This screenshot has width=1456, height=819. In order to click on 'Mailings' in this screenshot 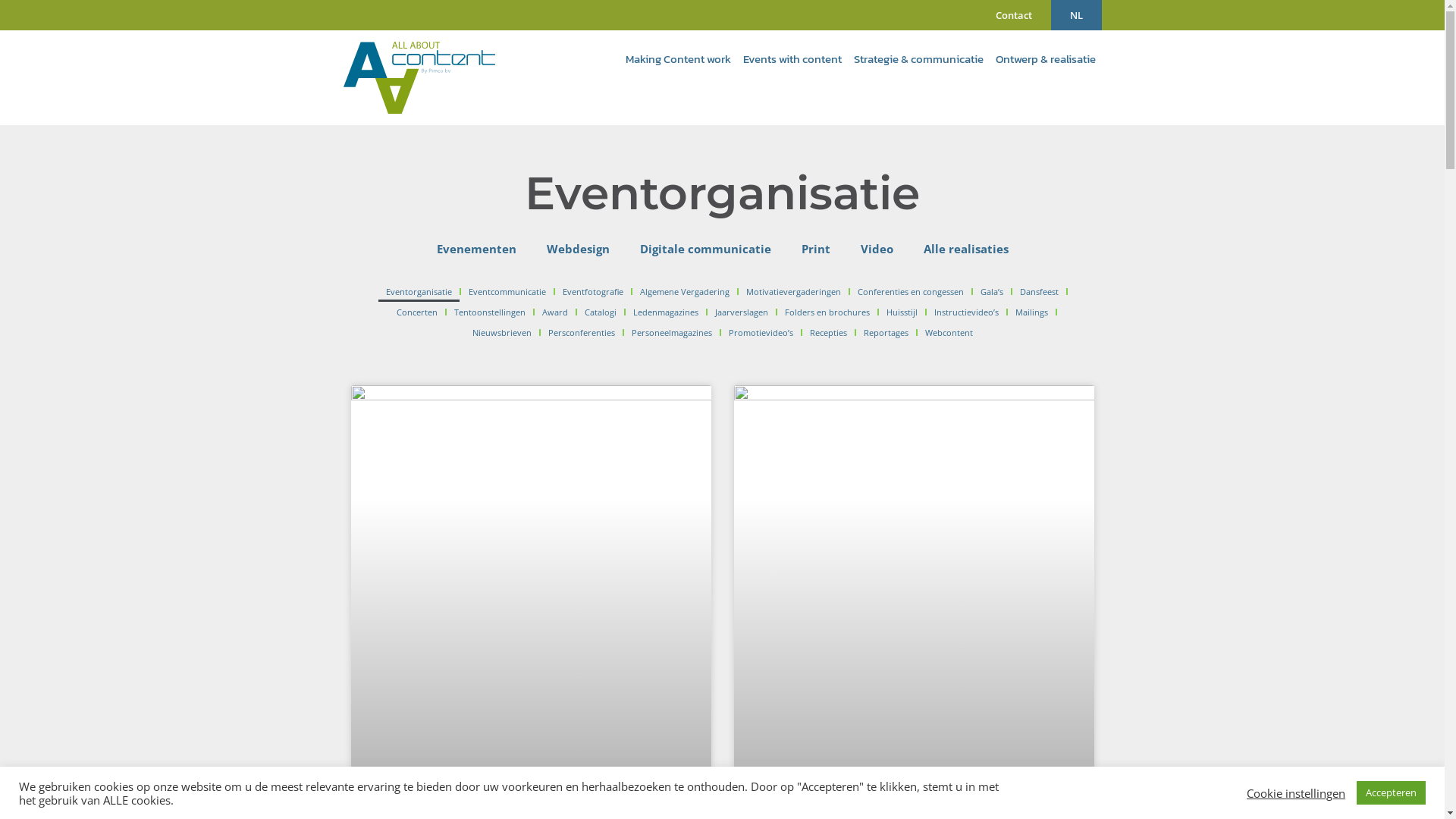, I will do `click(1031, 312)`.